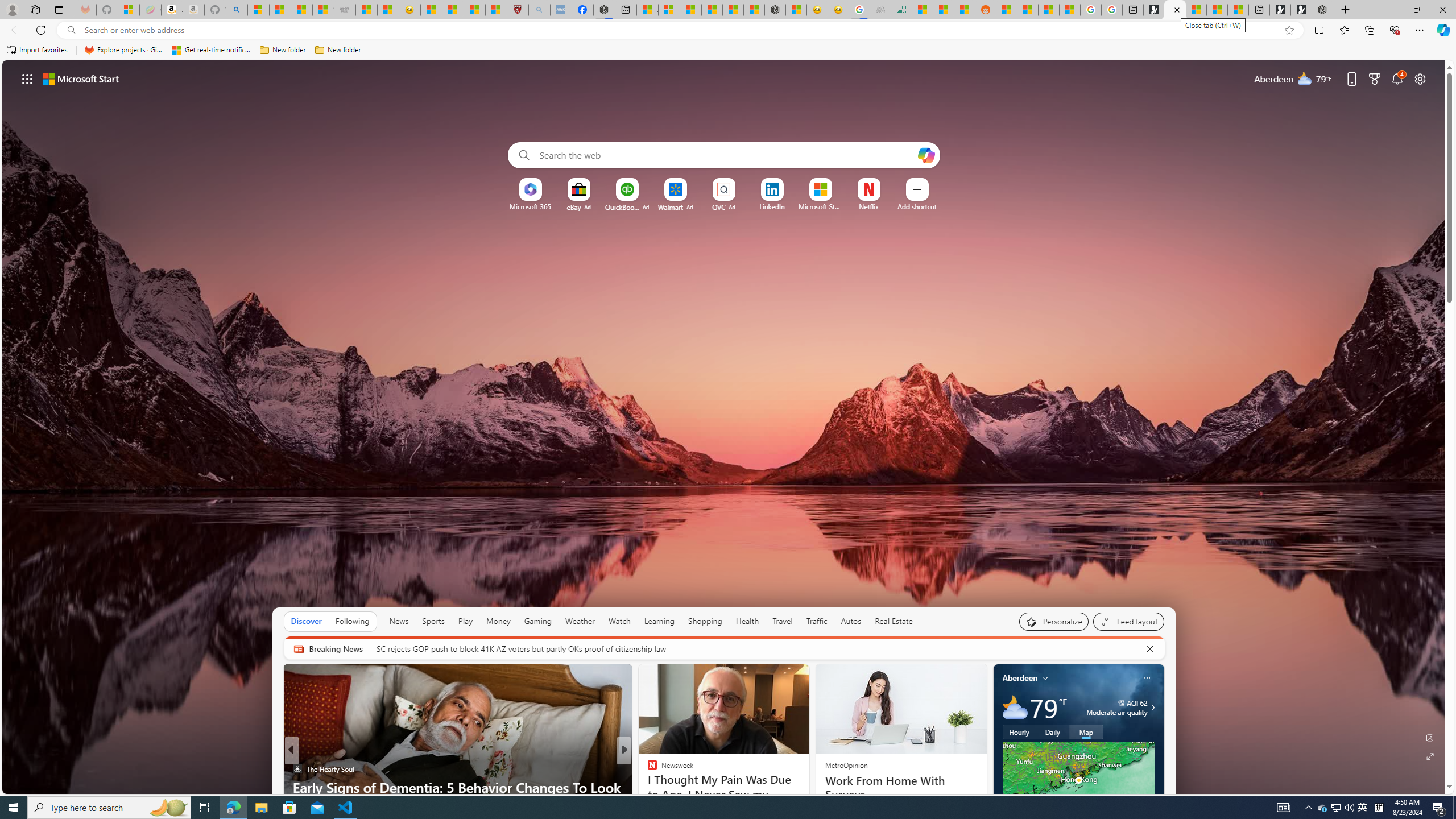  What do you see at coordinates (296, 768) in the screenshot?
I see `'The Hearty Soul'` at bounding box center [296, 768].